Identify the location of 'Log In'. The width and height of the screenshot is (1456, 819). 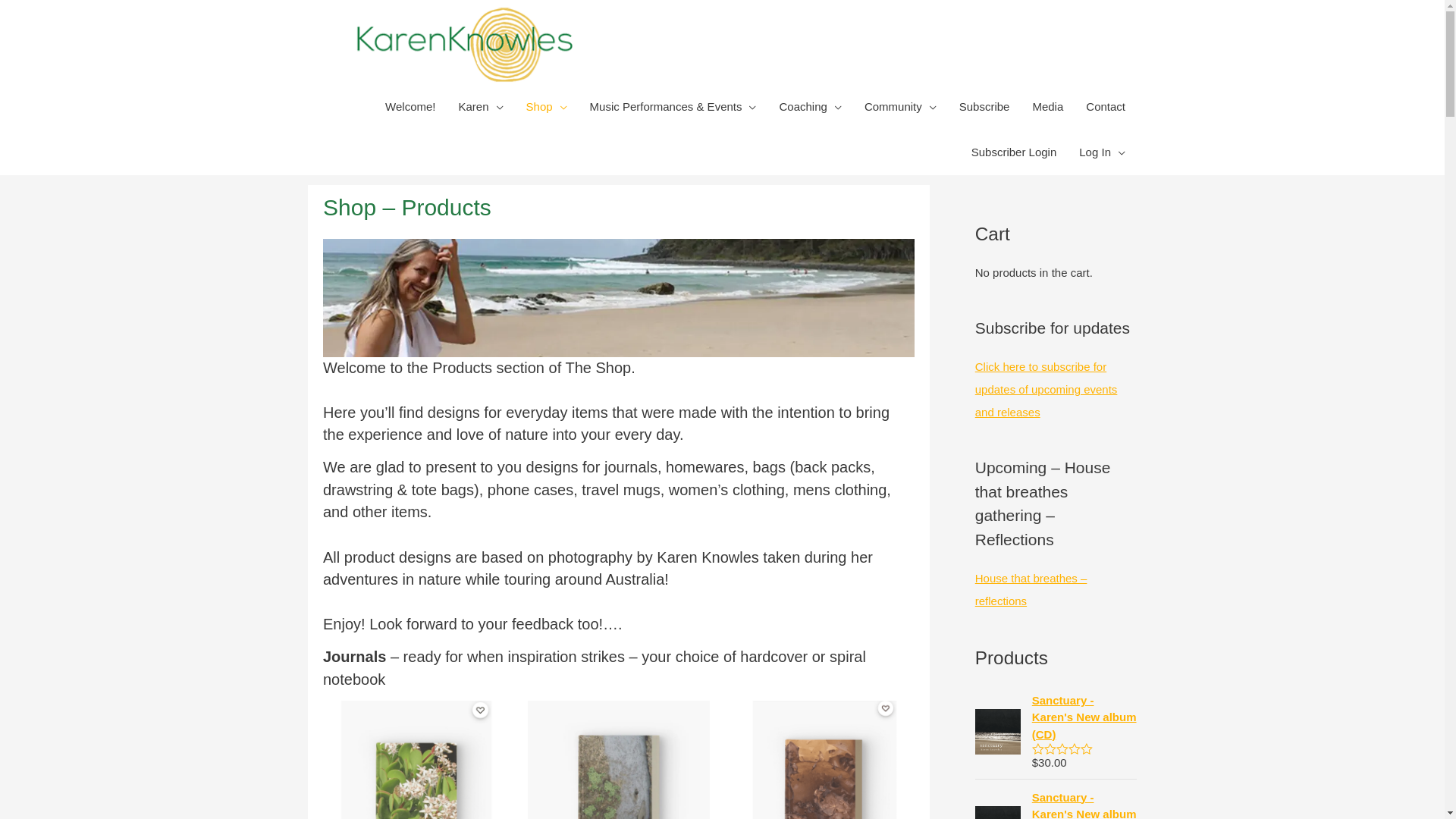
(1102, 152).